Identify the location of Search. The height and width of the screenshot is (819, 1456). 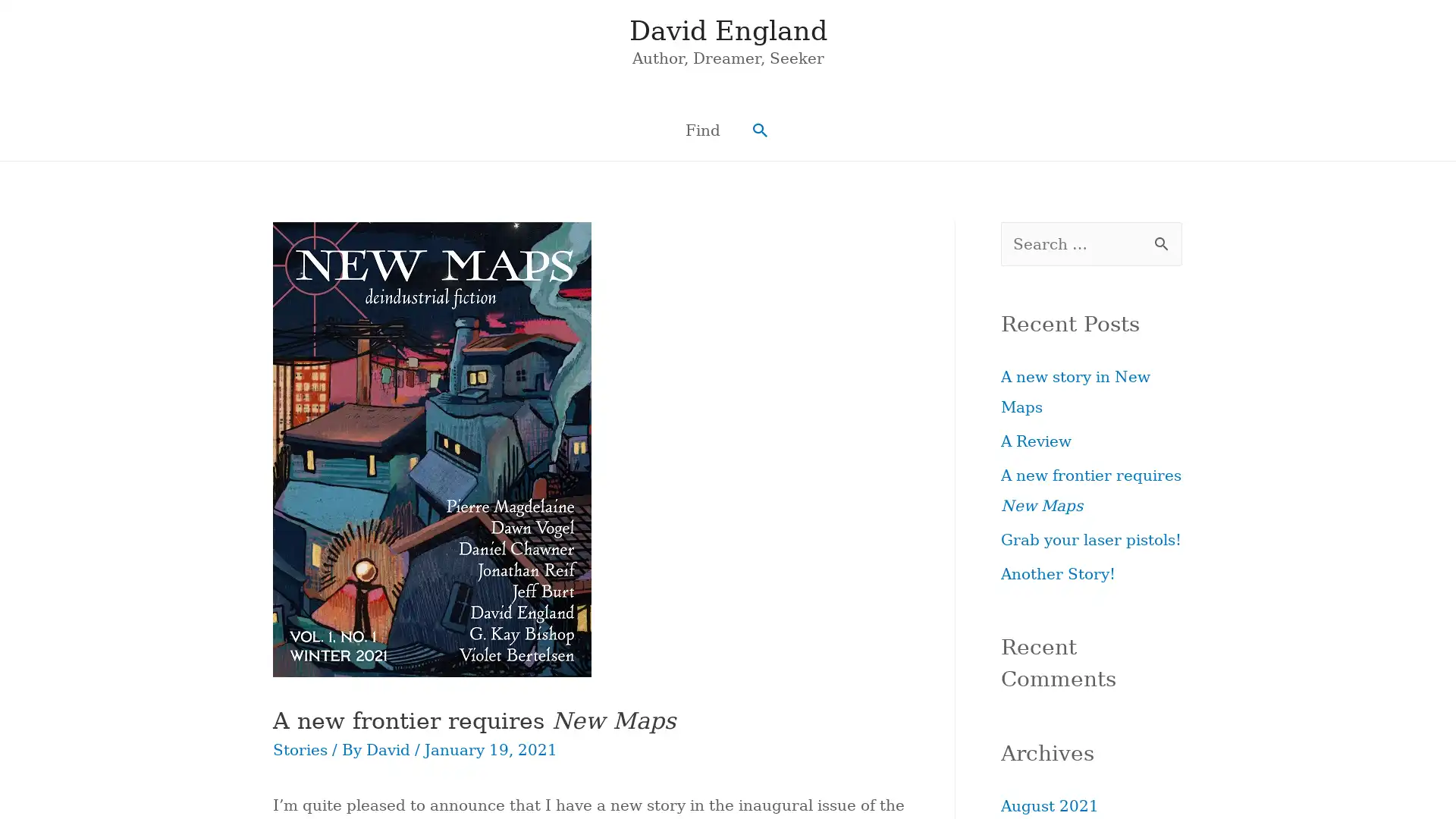
(1164, 245).